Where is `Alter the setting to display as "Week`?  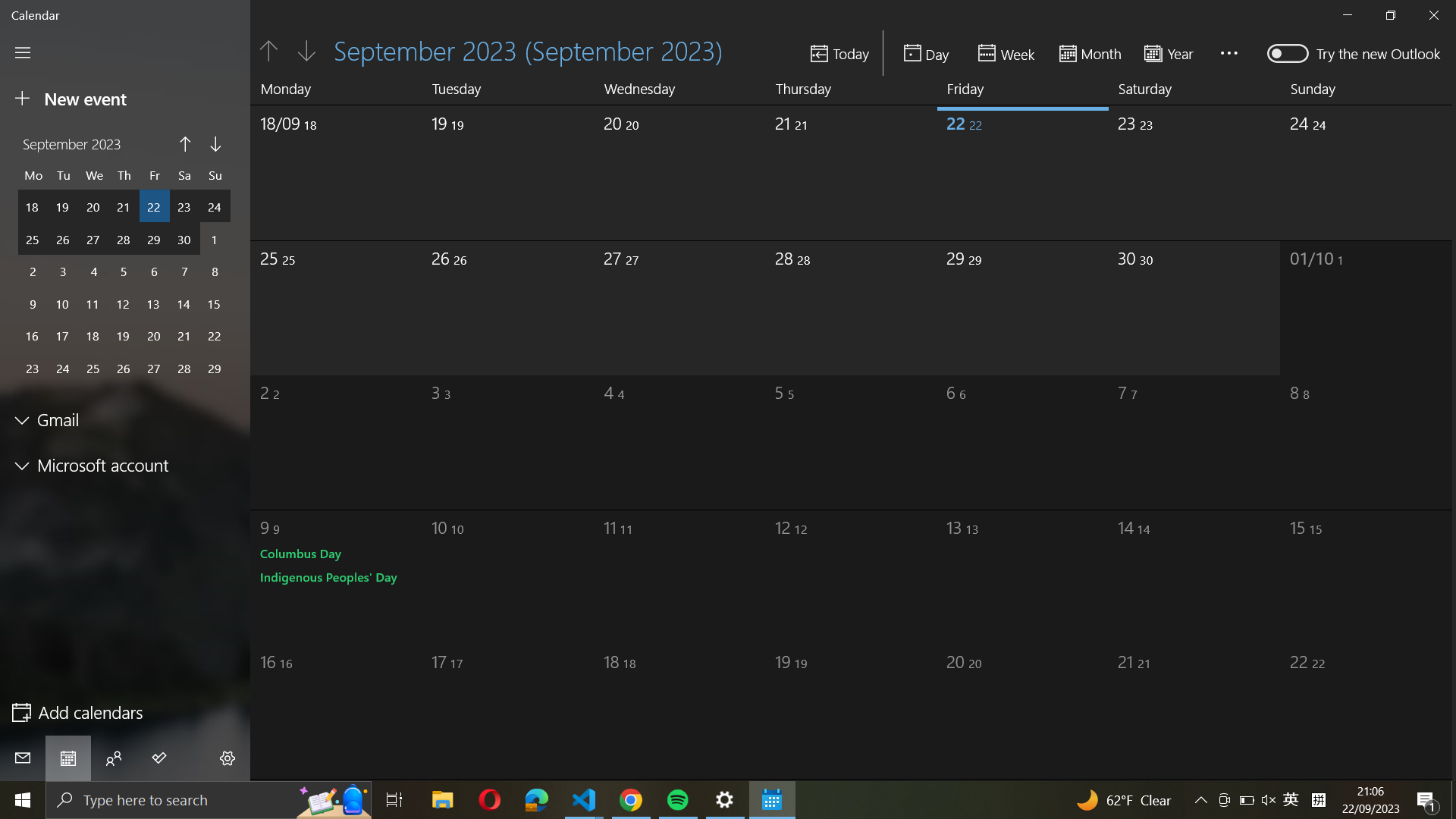 Alter the setting to display as "Week is located at coordinates (1008, 52).